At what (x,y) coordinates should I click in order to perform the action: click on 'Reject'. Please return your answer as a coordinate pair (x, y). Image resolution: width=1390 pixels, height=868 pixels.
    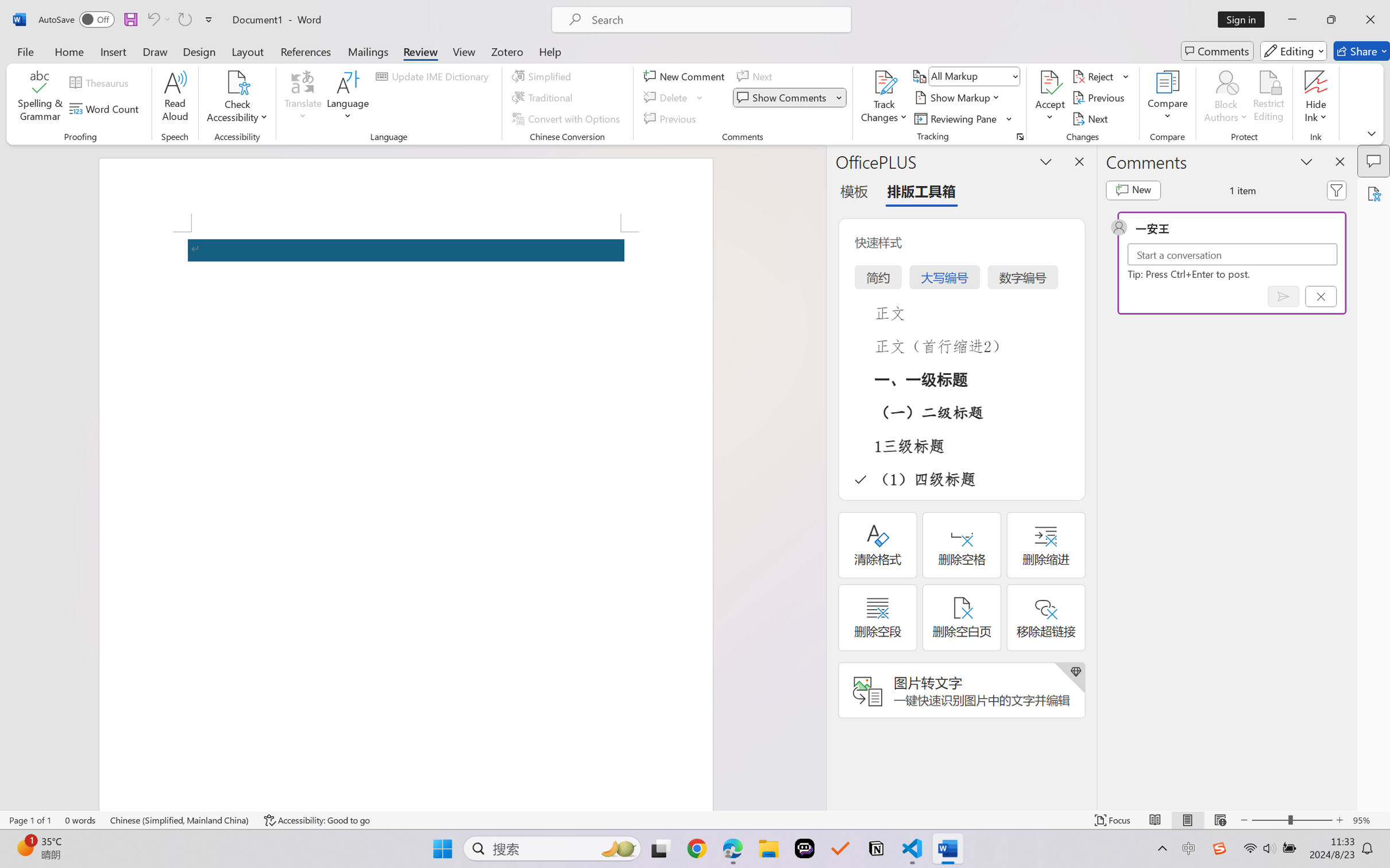
    Looking at the image, I should click on (1101, 75).